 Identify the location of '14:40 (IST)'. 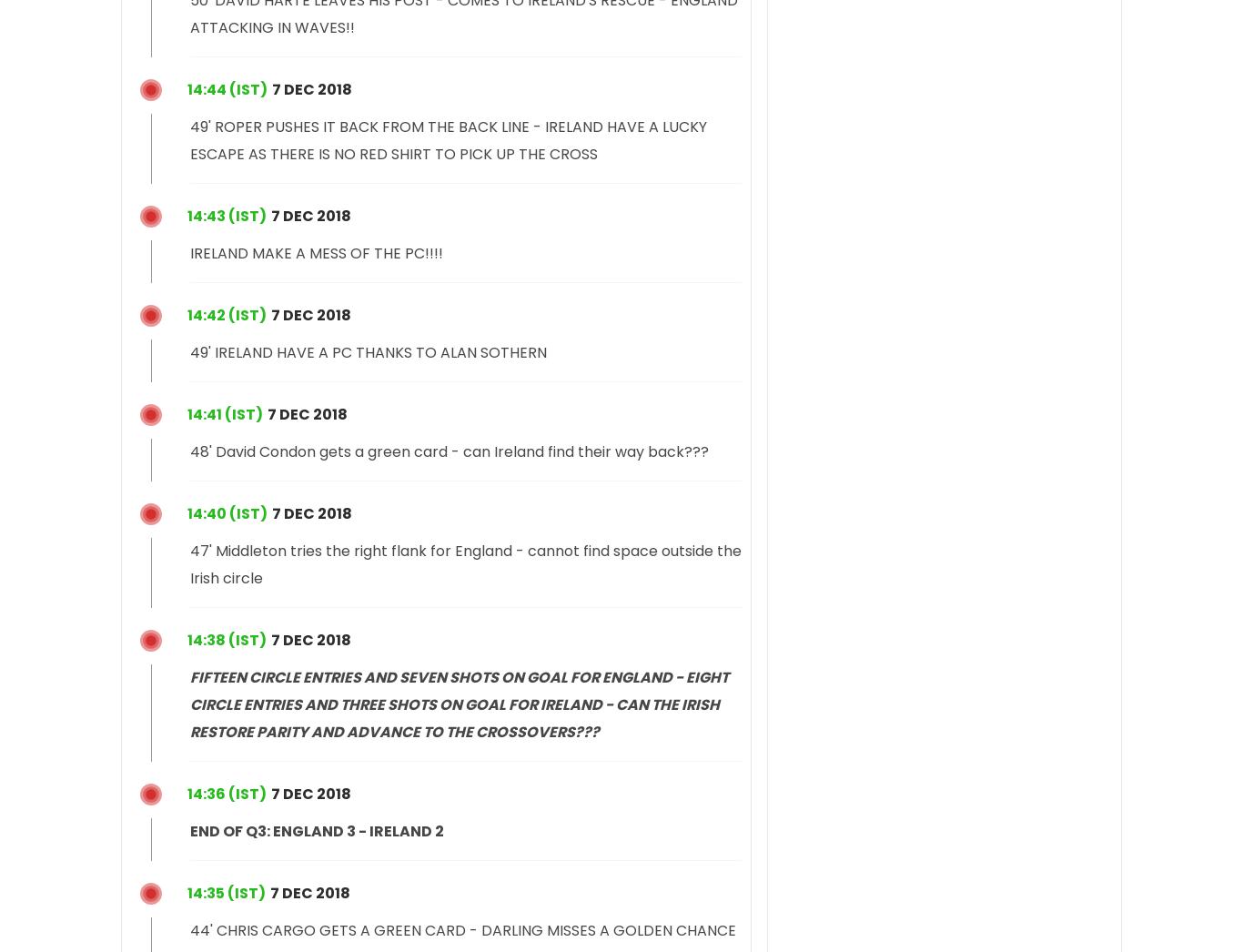
(227, 511).